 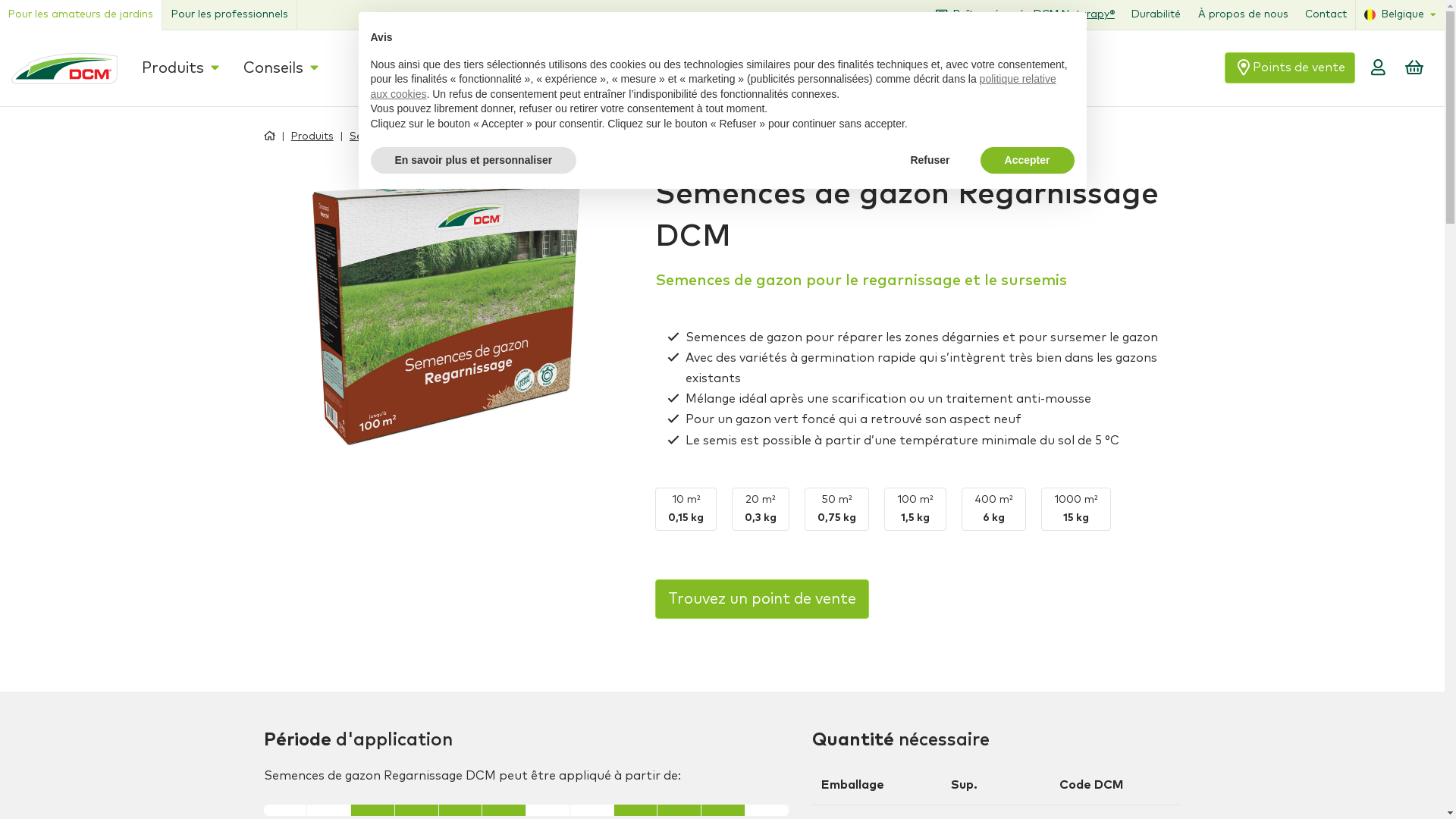 What do you see at coordinates (161, 14) in the screenshot?
I see `'Pour les professionnels'` at bounding box center [161, 14].